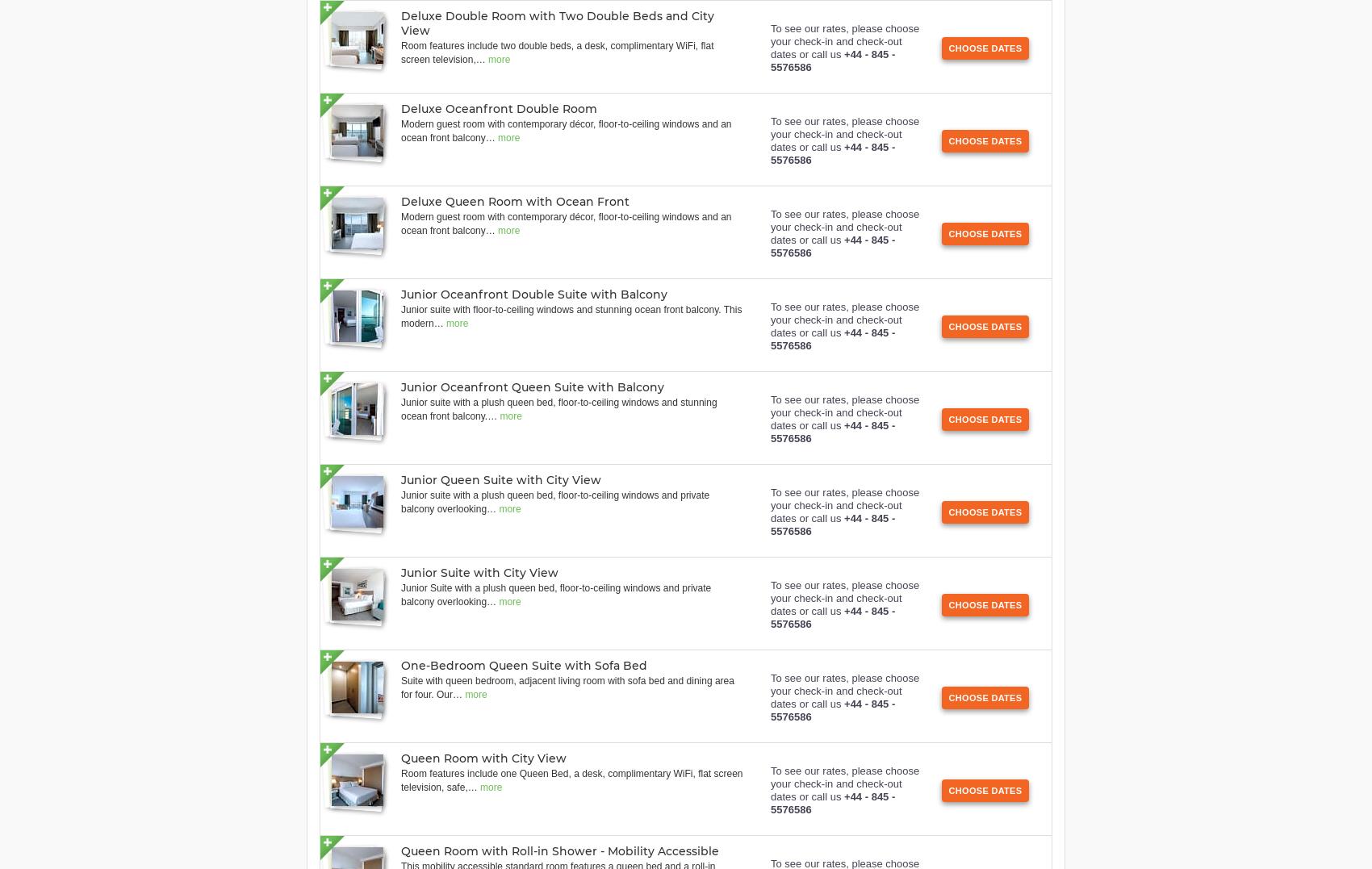 The image size is (1372, 869). I want to click on 'Deluxe Queen Room with Ocean Front', so click(515, 200).